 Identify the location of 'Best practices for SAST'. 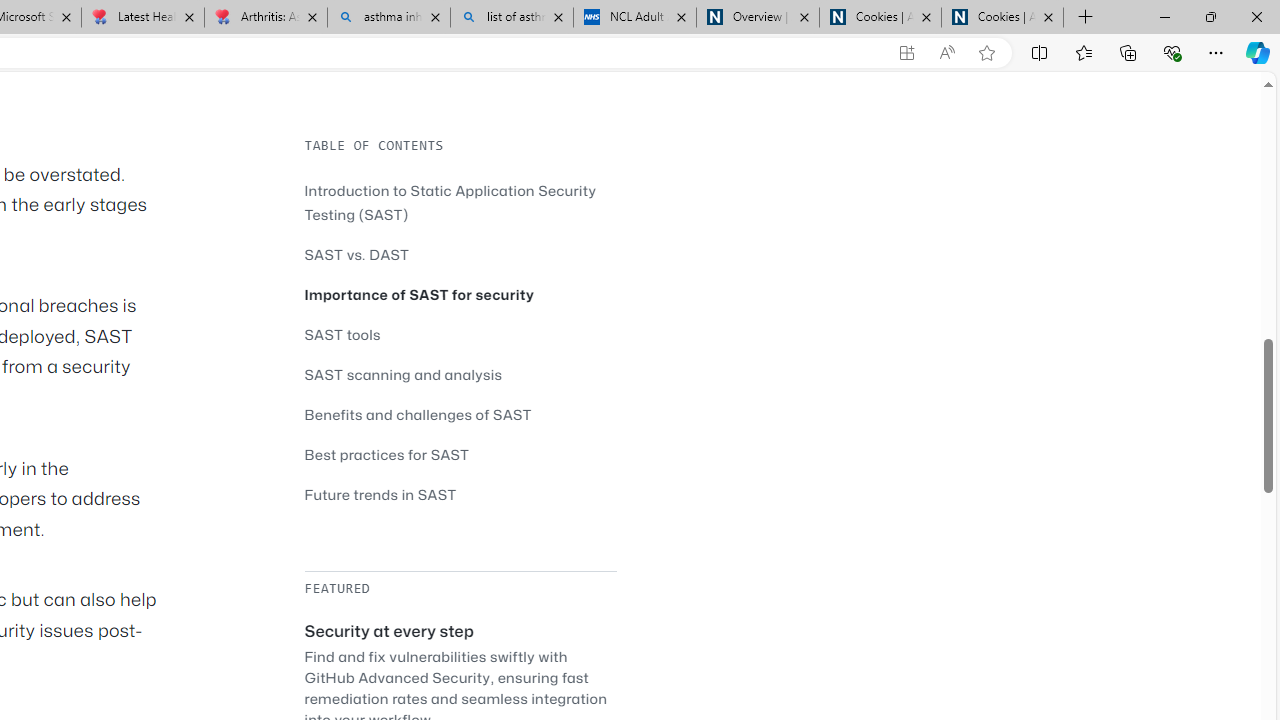
(387, 454).